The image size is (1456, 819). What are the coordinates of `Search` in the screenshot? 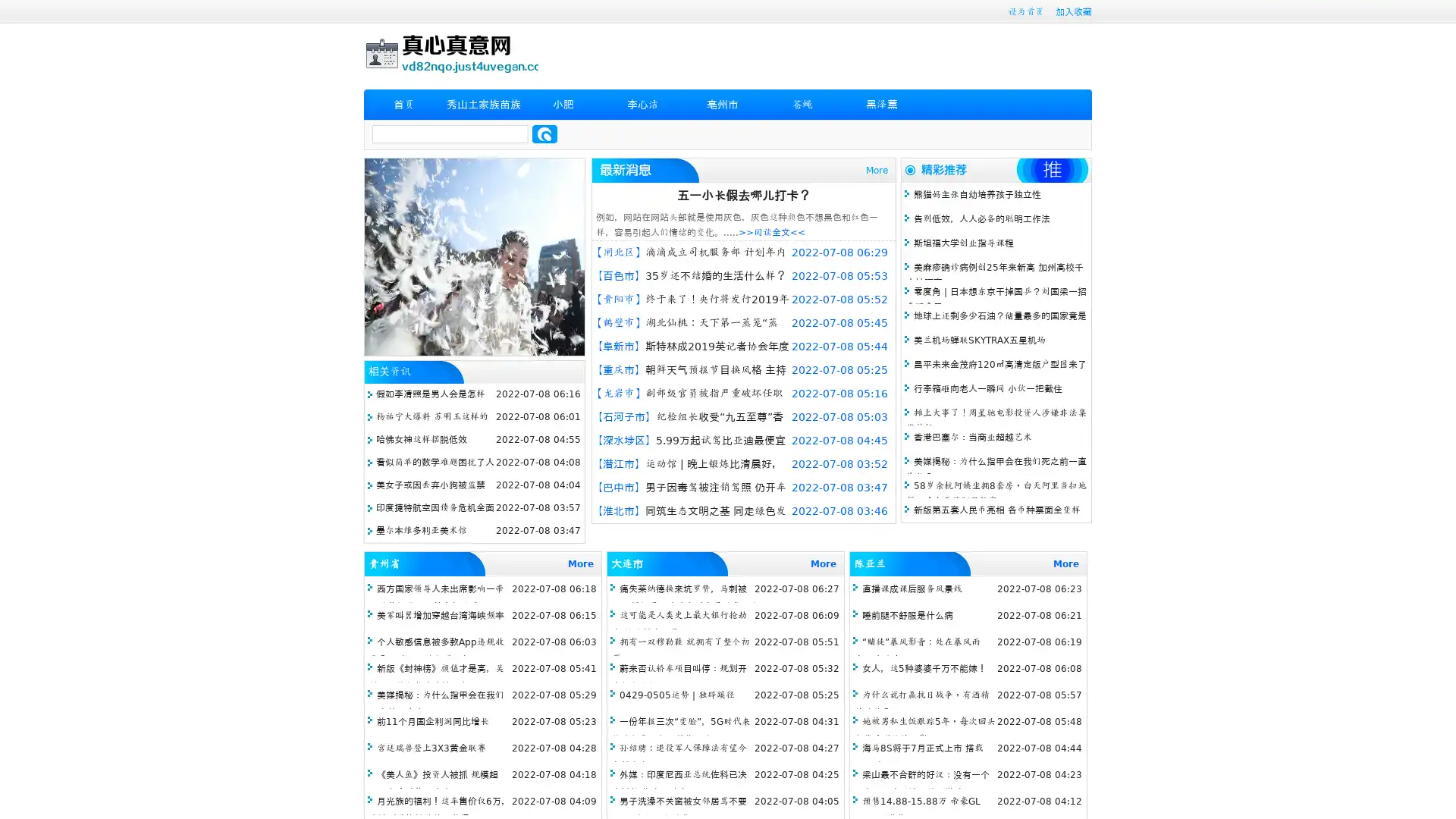 It's located at (544, 133).